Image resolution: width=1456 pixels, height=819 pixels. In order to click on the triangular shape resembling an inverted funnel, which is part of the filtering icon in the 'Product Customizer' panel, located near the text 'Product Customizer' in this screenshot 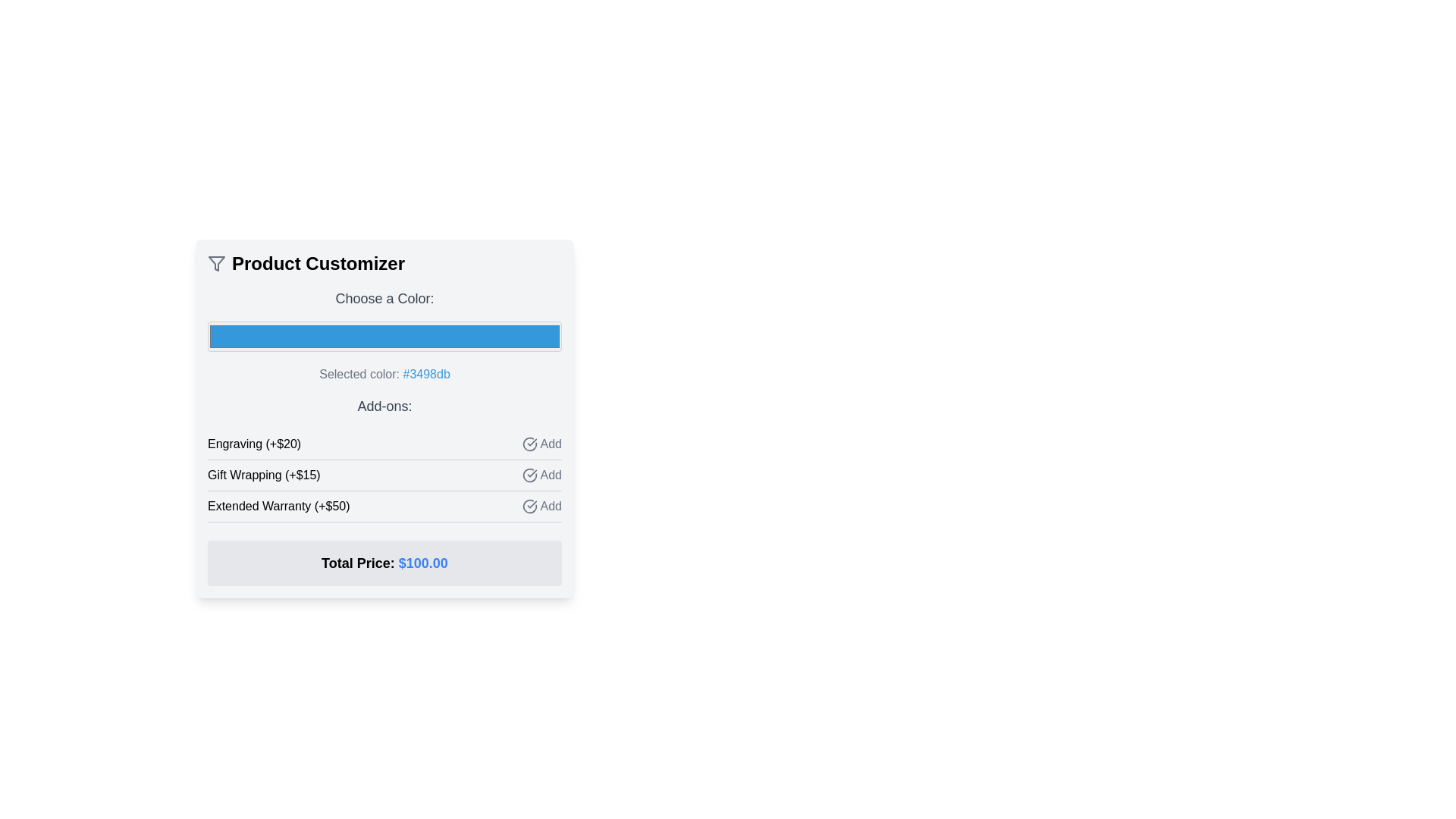, I will do `click(216, 262)`.